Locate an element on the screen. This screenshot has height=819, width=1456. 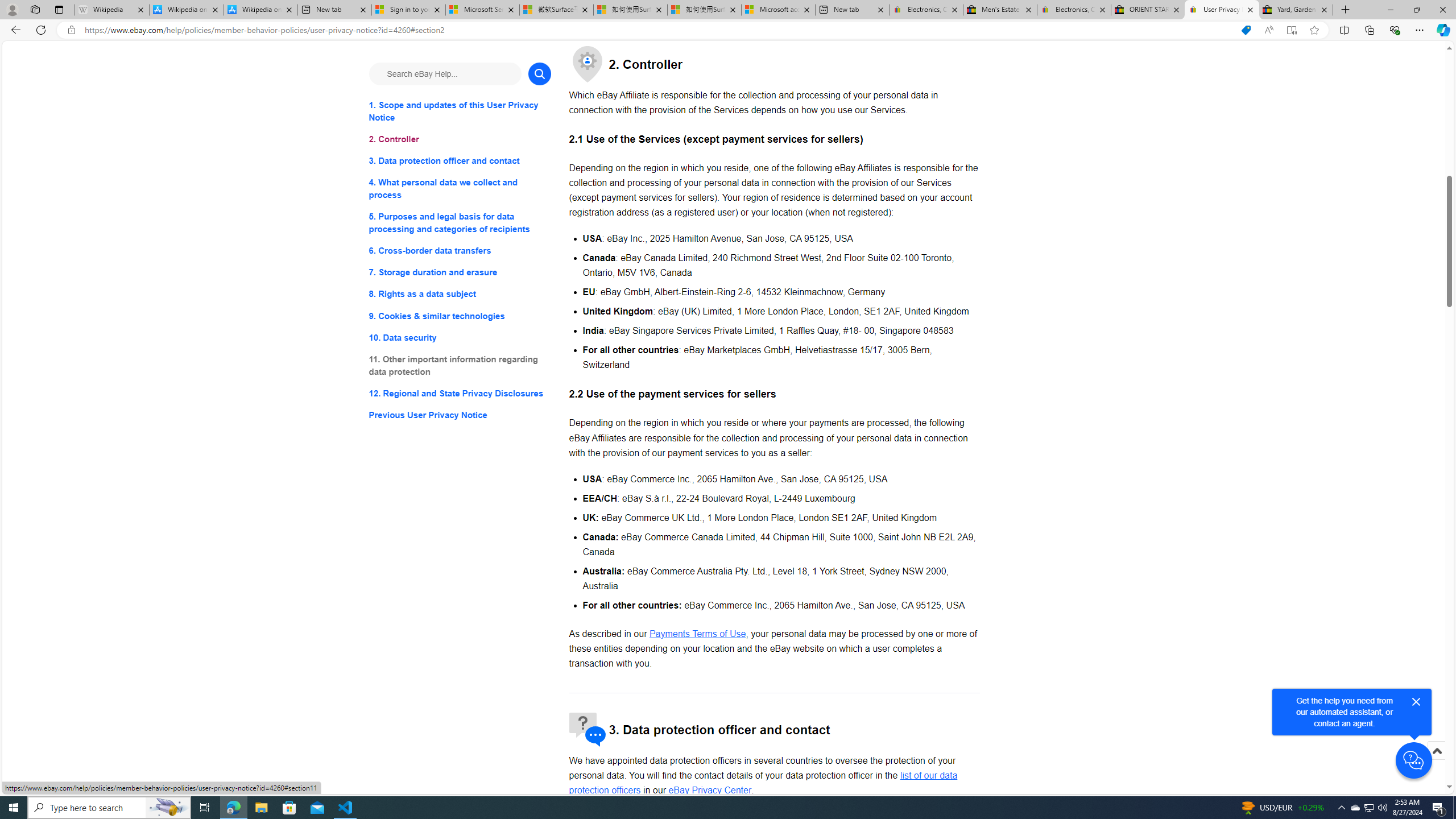
'Scroll to top' is located at coordinates (1436, 750).